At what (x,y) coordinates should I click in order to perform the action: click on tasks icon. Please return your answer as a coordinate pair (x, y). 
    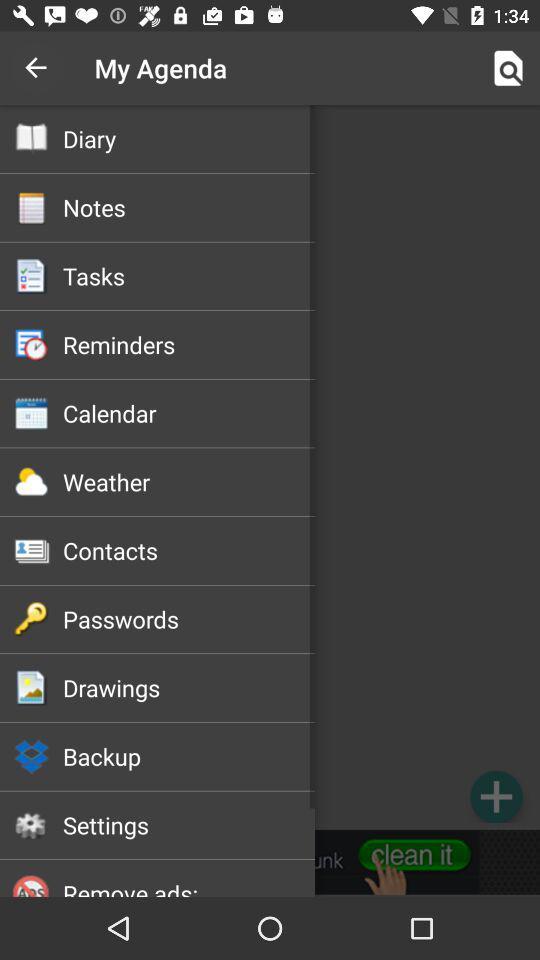
    Looking at the image, I should click on (189, 275).